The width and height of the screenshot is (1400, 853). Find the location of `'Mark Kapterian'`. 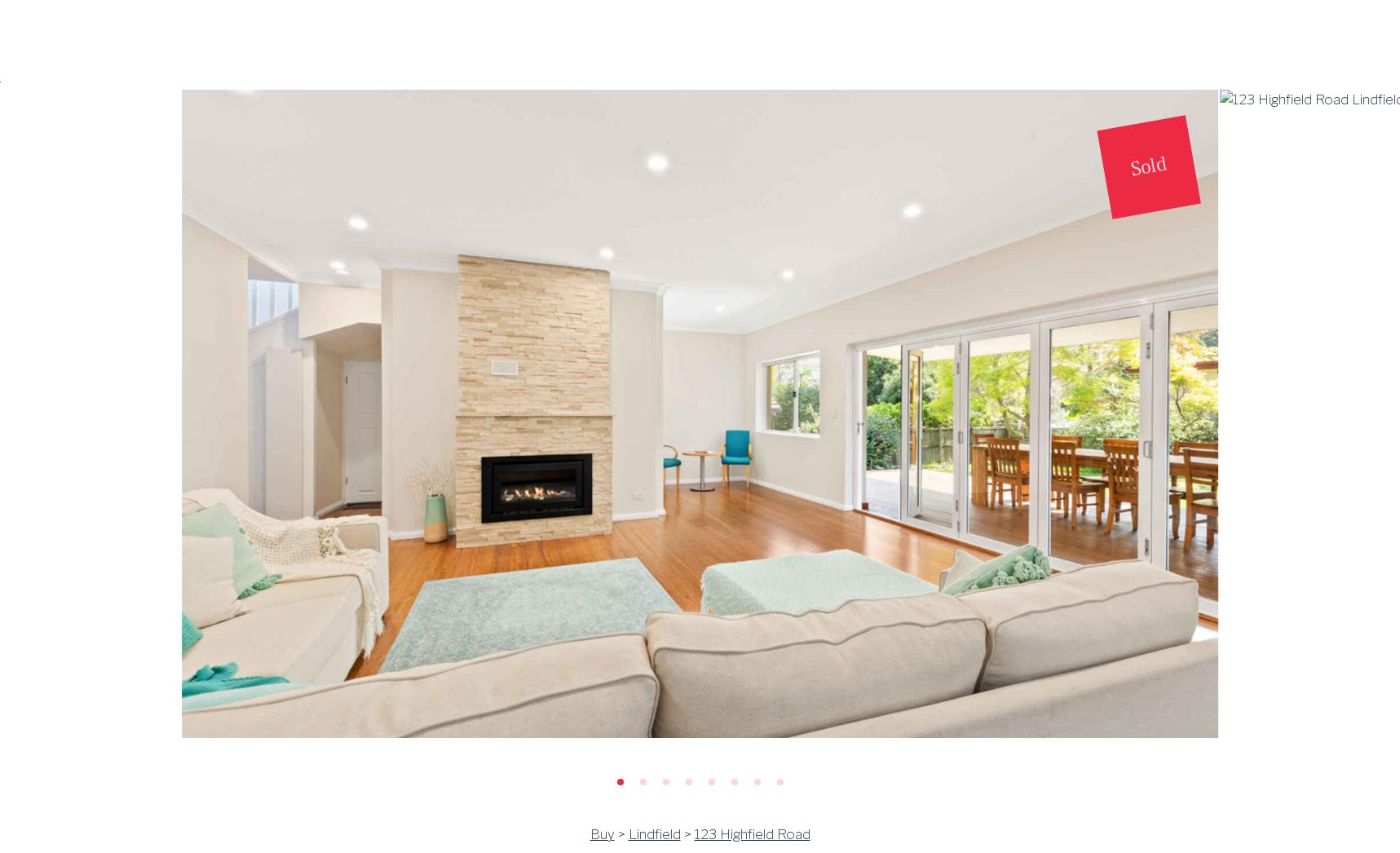

'Mark Kapterian' is located at coordinates (699, 206).